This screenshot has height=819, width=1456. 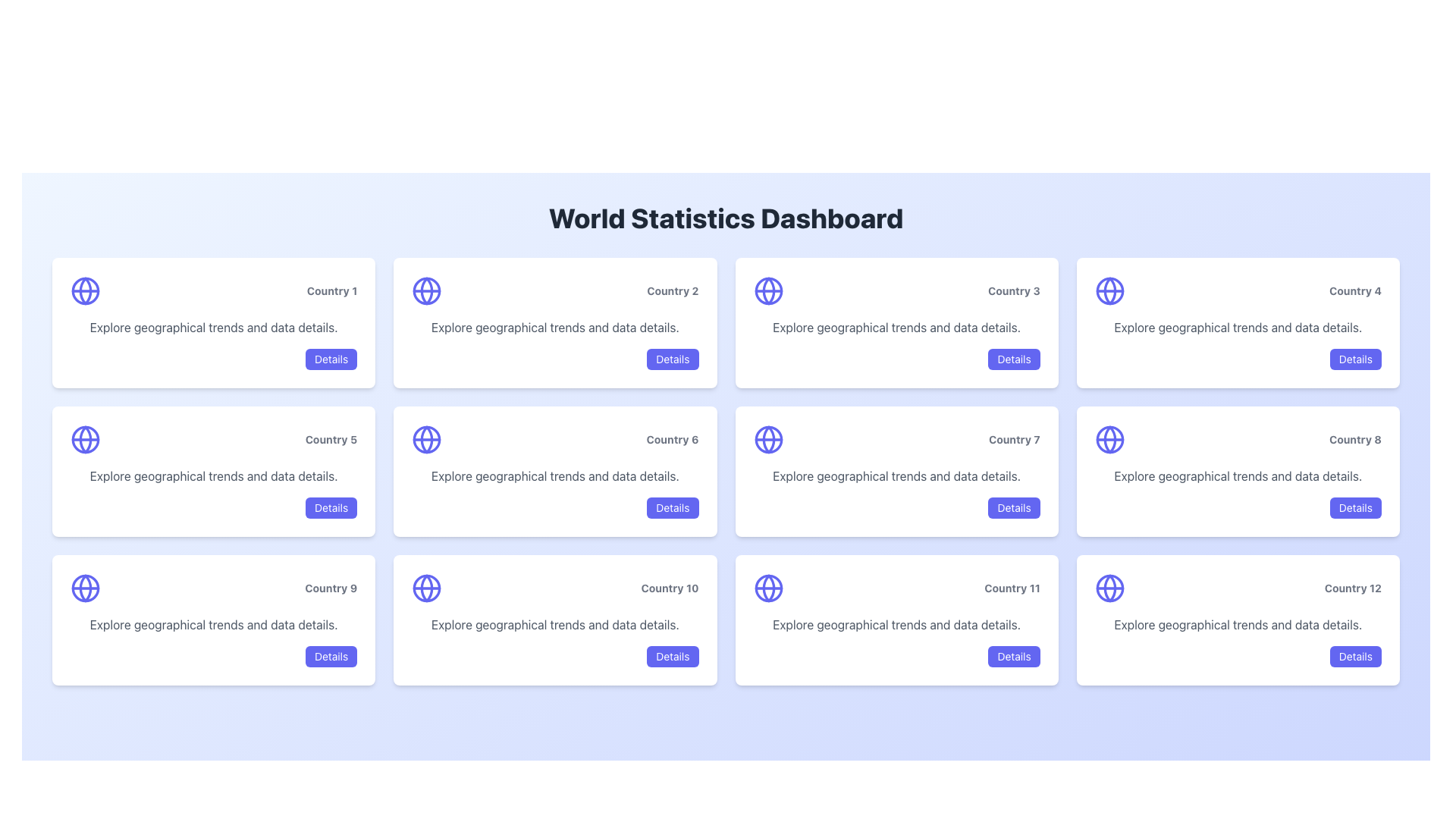 What do you see at coordinates (213, 475) in the screenshot?
I see `descriptive text label related to 'Country 5', which is positioned below the title and globe icon, and above the 'Details' button in the first card of the second row` at bounding box center [213, 475].